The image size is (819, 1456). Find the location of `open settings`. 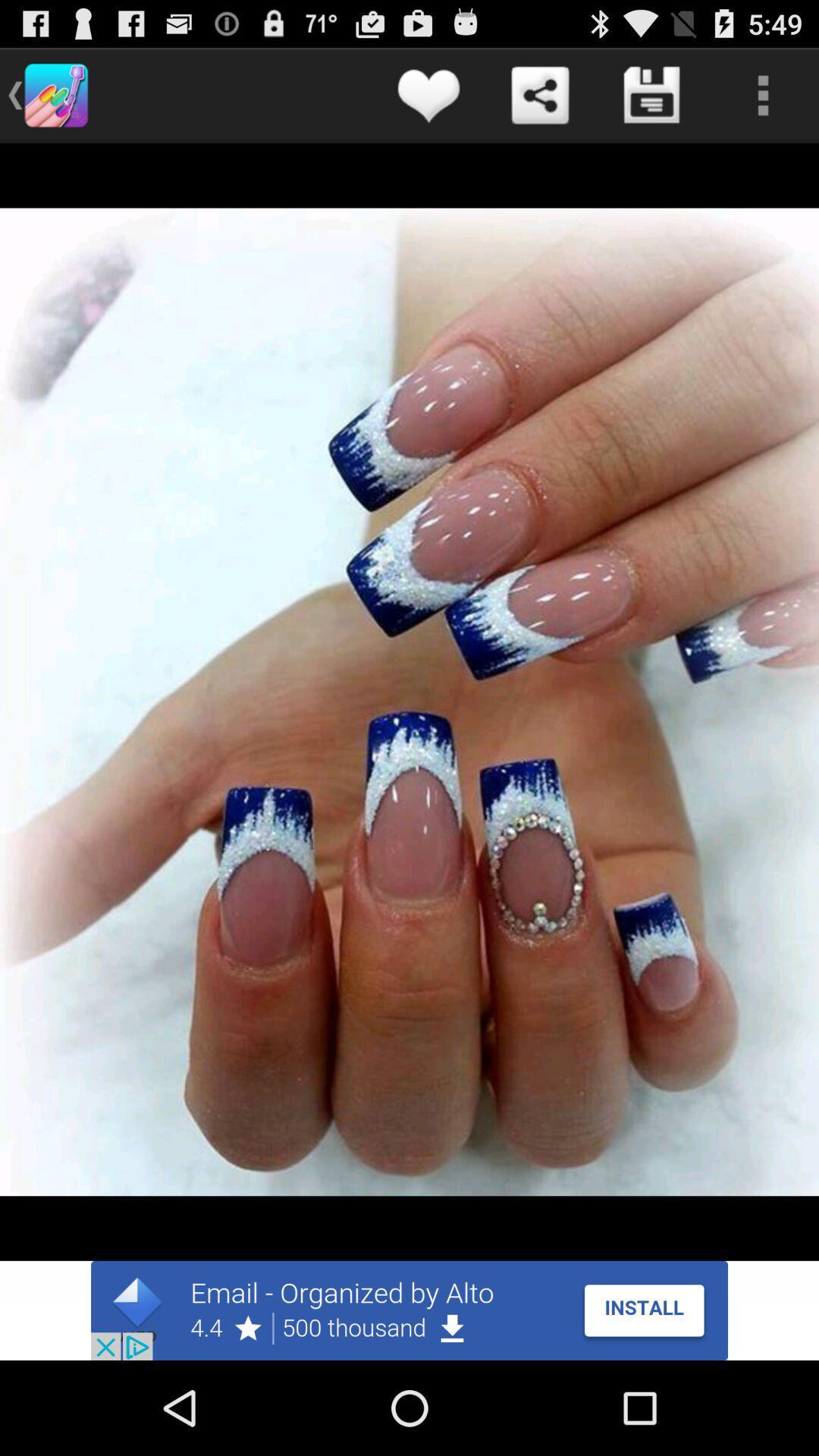

open settings is located at coordinates (763, 94).